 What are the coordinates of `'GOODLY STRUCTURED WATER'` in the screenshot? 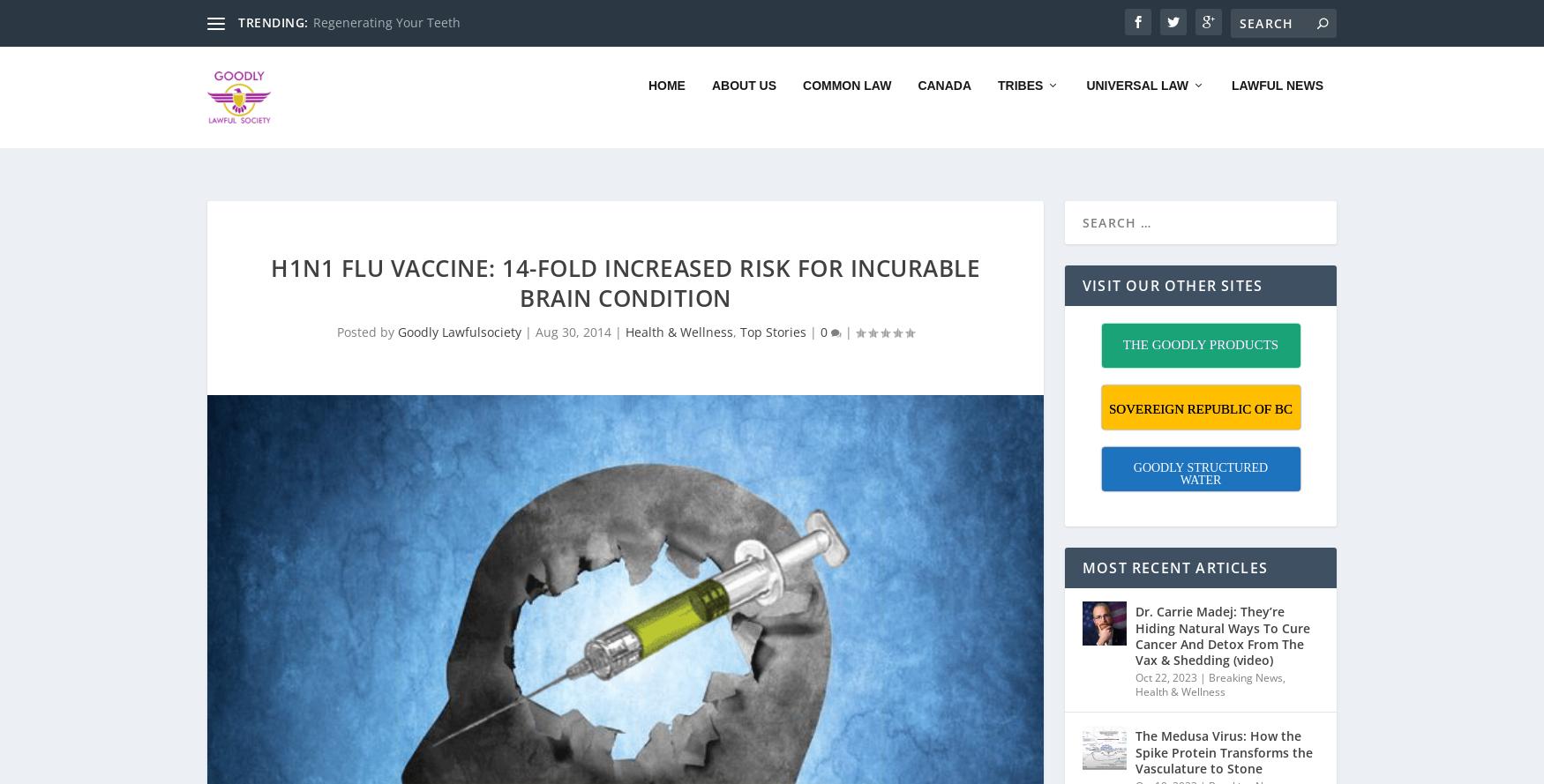 It's located at (1200, 452).